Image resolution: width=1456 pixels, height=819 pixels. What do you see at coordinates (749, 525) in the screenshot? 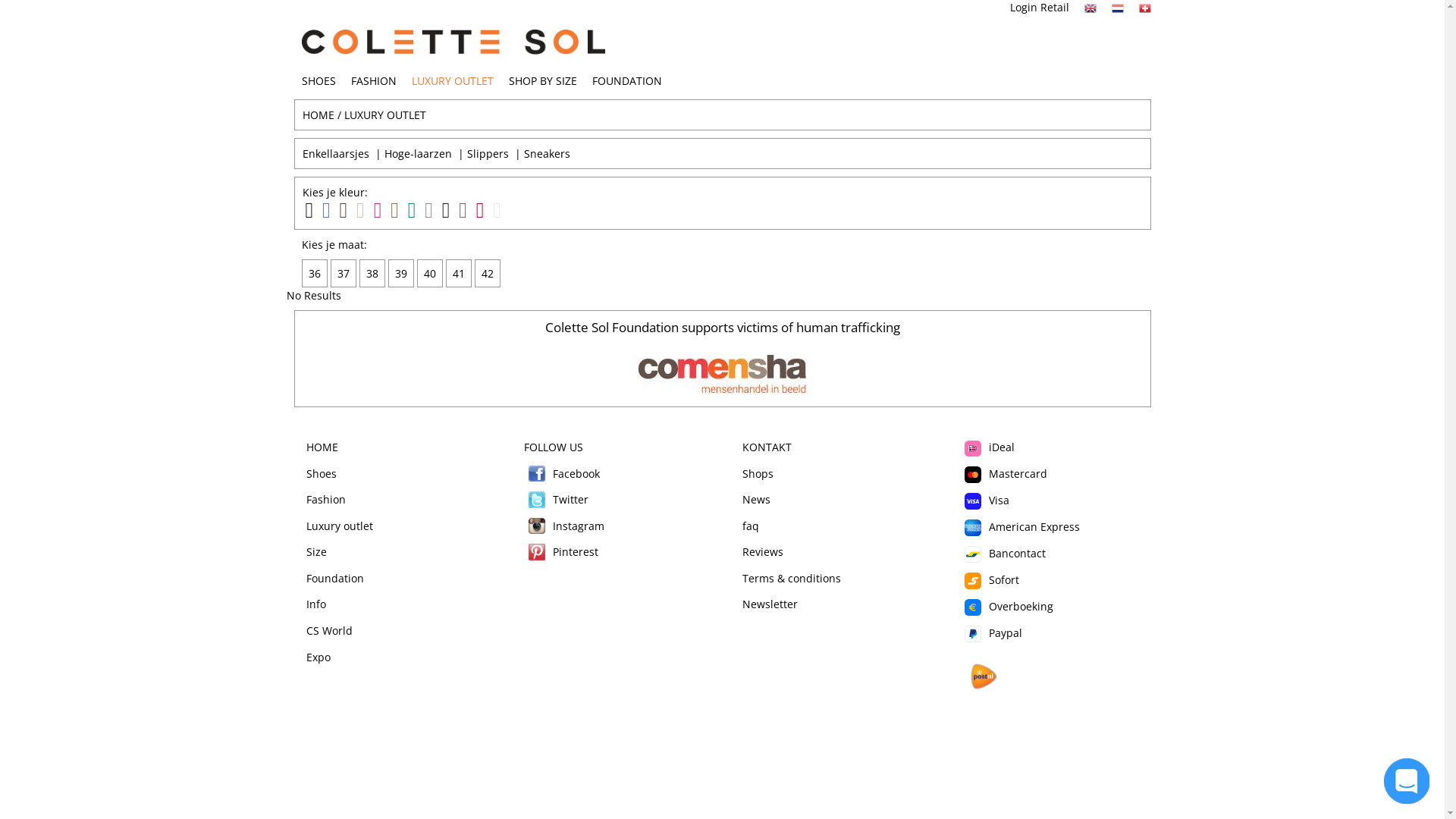
I see `'faq'` at bounding box center [749, 525].